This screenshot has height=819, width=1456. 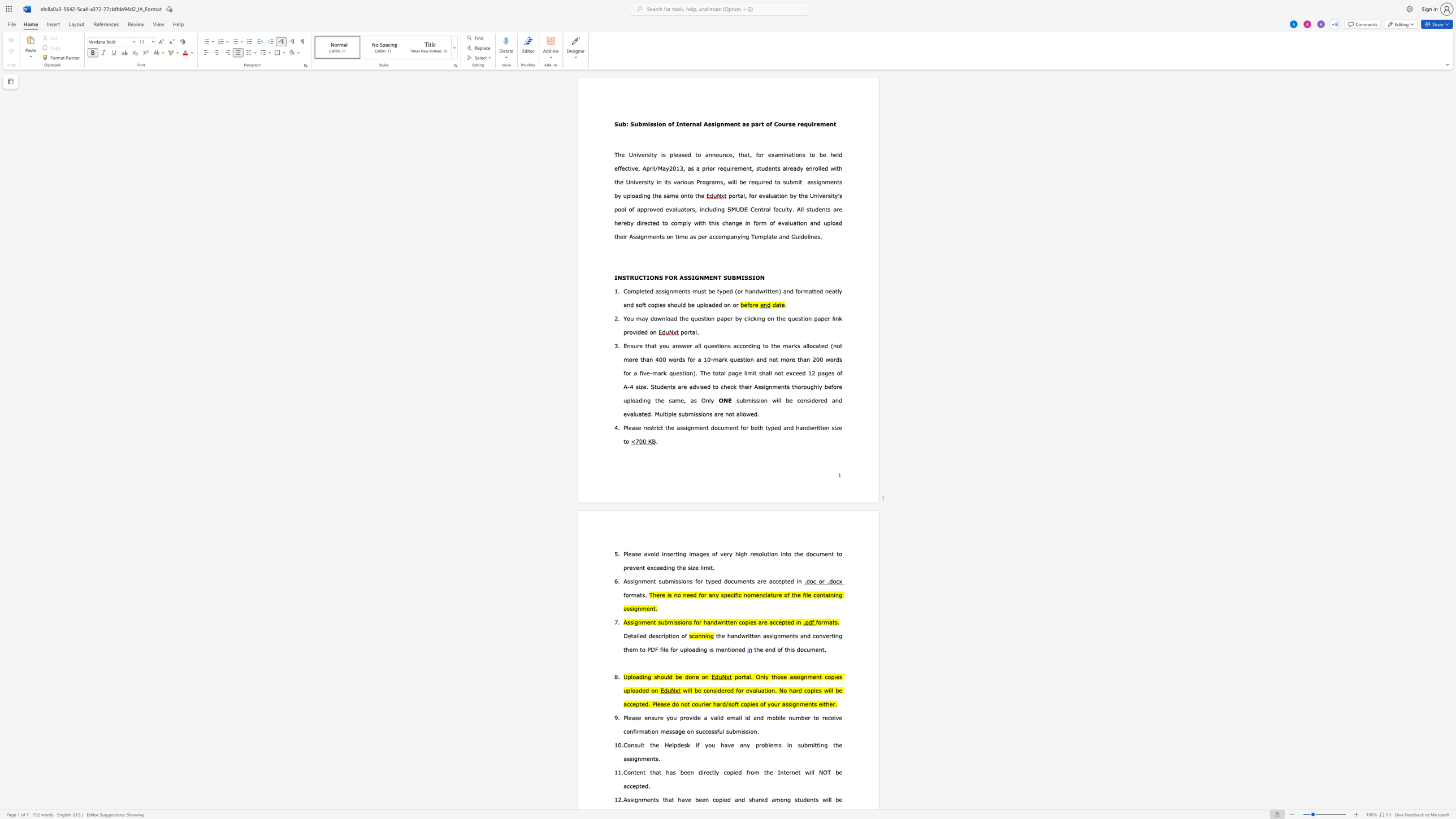 What do you see at coordinates (647, 154) in the screenshot?
I see `the space between the continuous character "r" and "s" in the text` at bounding box center [647, 154].